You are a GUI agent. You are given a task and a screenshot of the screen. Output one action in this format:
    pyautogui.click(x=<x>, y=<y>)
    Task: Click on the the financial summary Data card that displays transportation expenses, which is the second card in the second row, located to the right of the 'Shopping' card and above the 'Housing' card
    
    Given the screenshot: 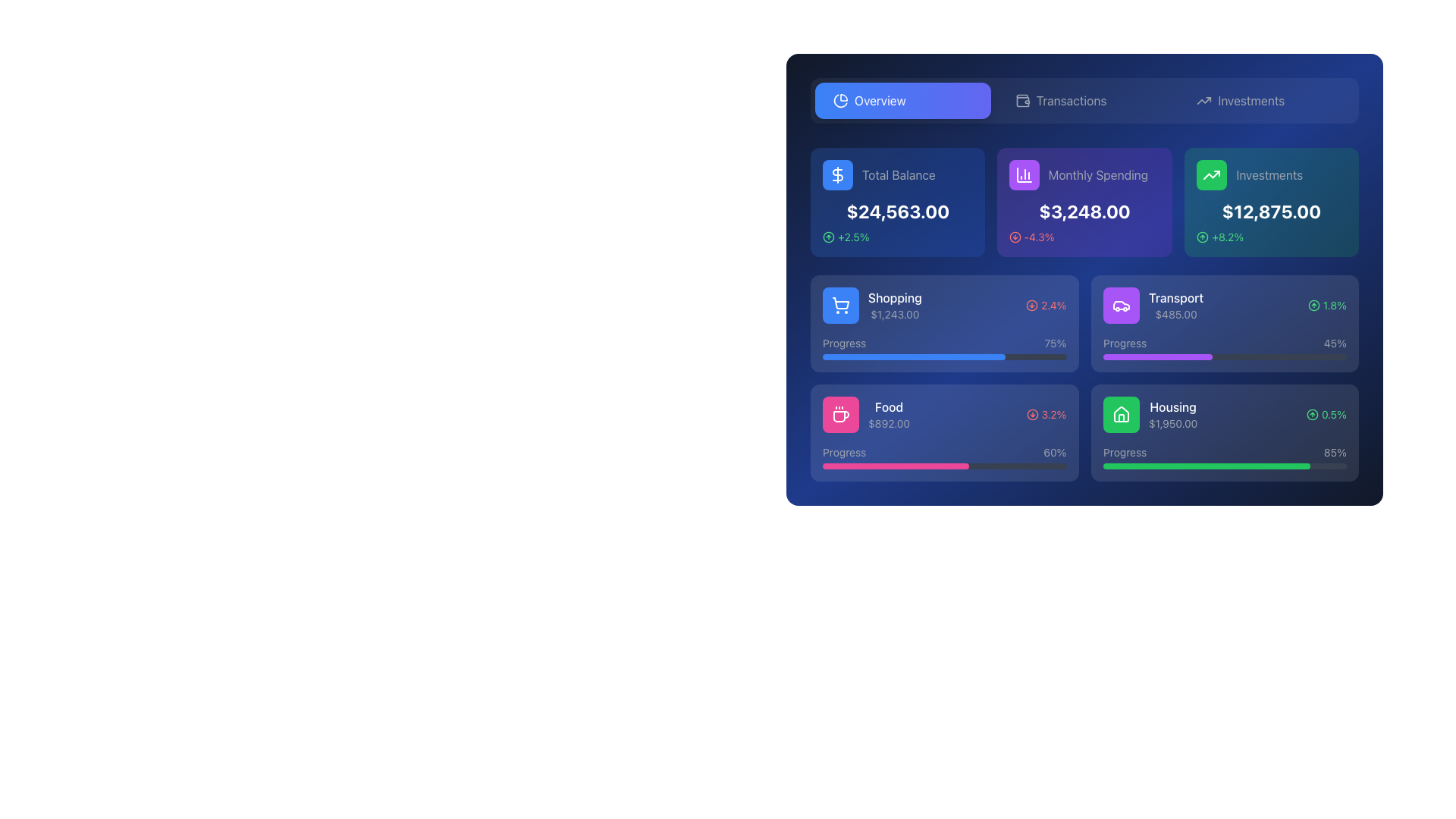 What is the action you would take?
    pyautogui.click(x=1225, y=305)
    